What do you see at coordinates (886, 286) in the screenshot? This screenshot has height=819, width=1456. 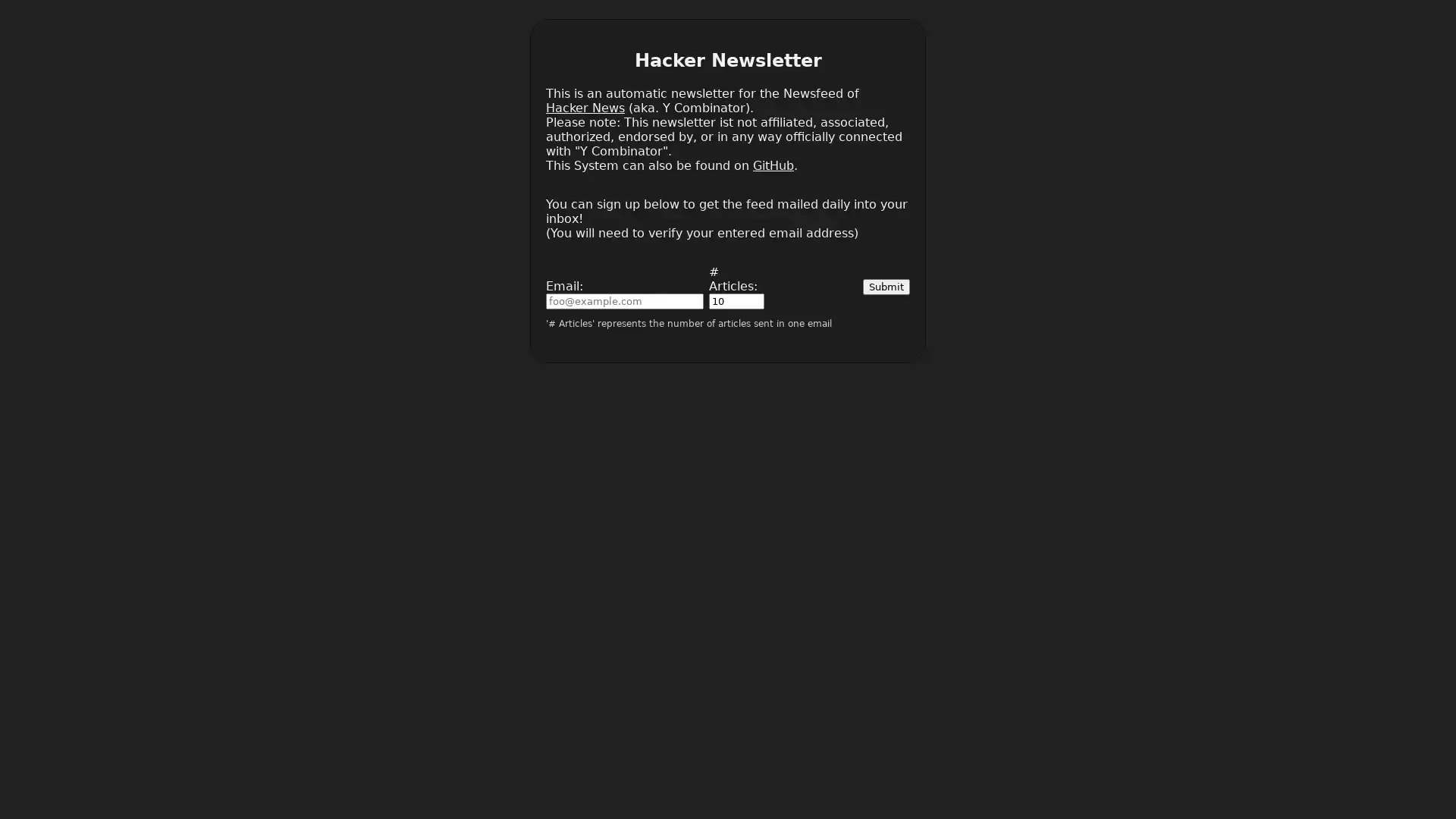 I see `Submit` at bounding box center [886, 286].